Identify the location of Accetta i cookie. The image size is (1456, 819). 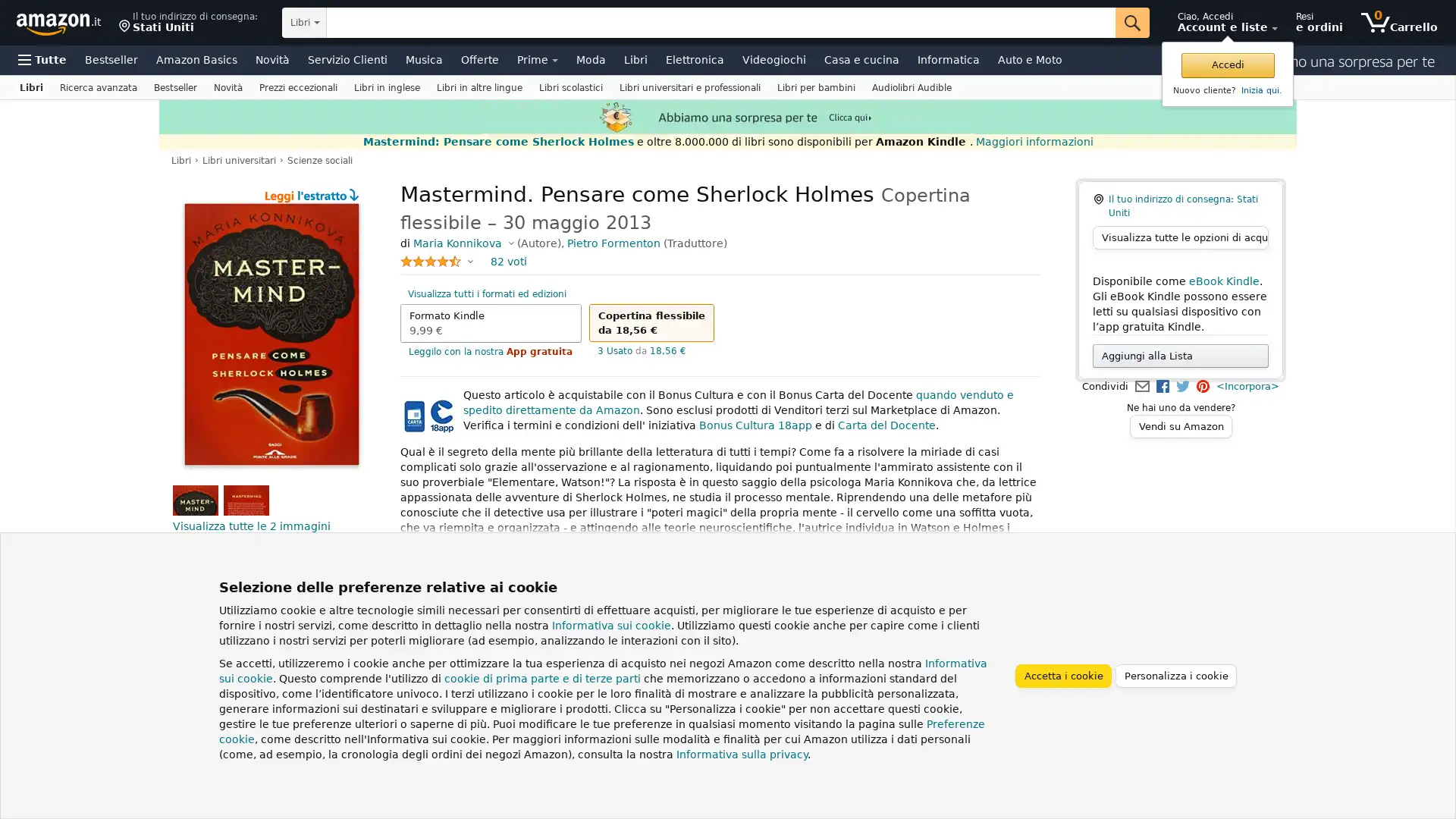
(1062, 674).